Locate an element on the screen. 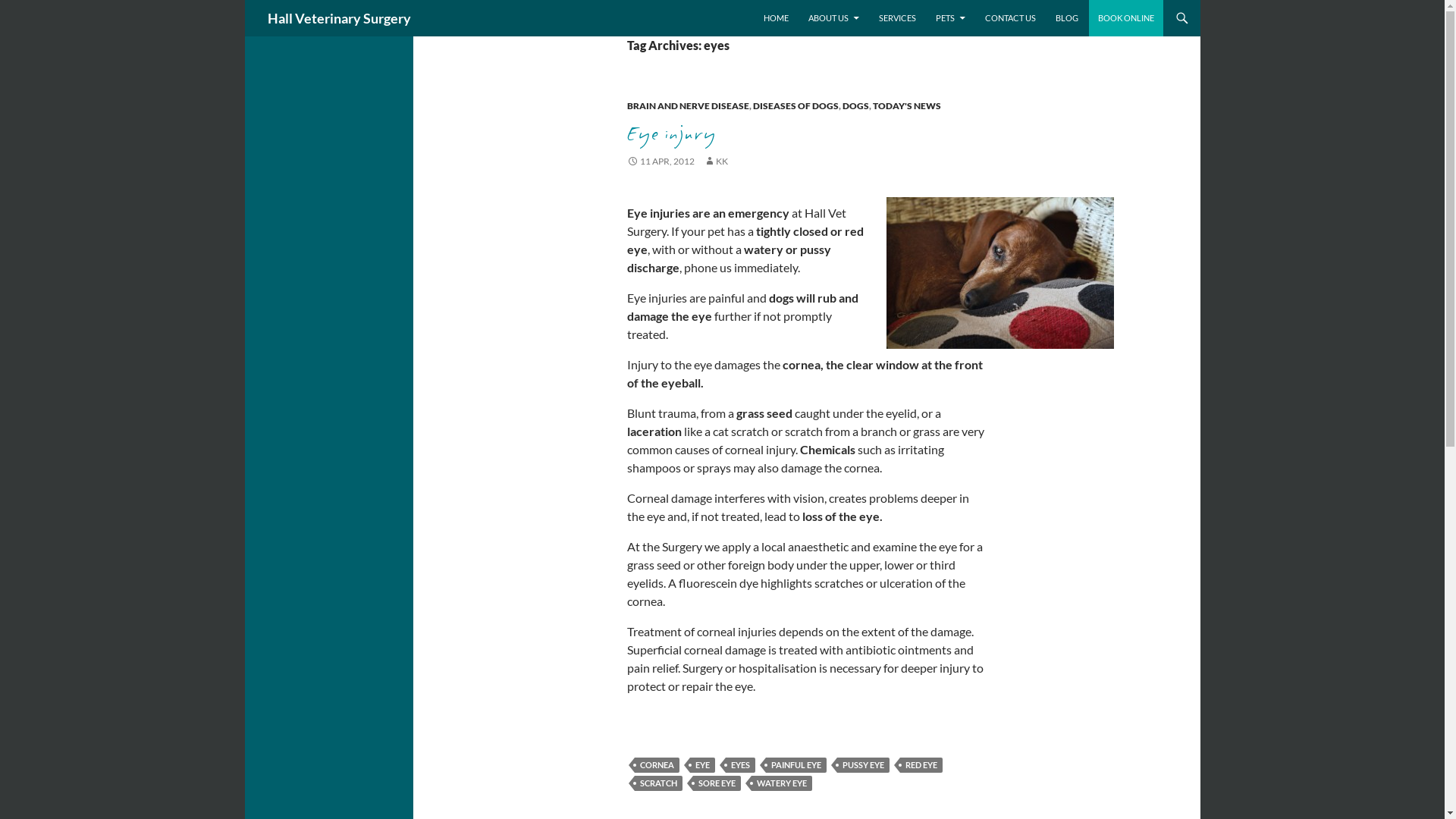  'Eye injury' is located at coordinates (670, 133).